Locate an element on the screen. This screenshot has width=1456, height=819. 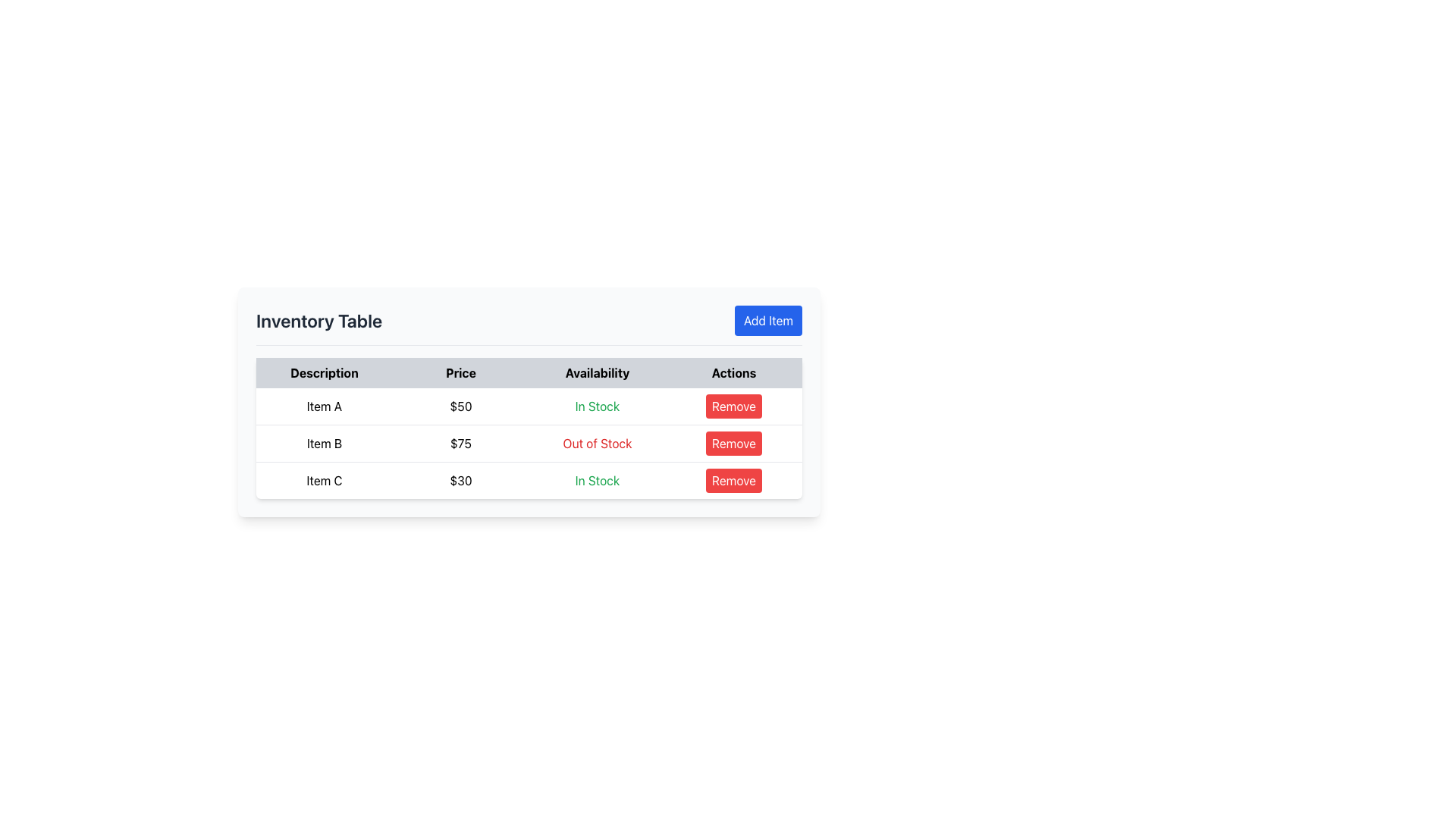
the static label displaying 'In Stock' in green, which indicates the availability status of 'Item A' in the table is located at coordinates (596, 406).